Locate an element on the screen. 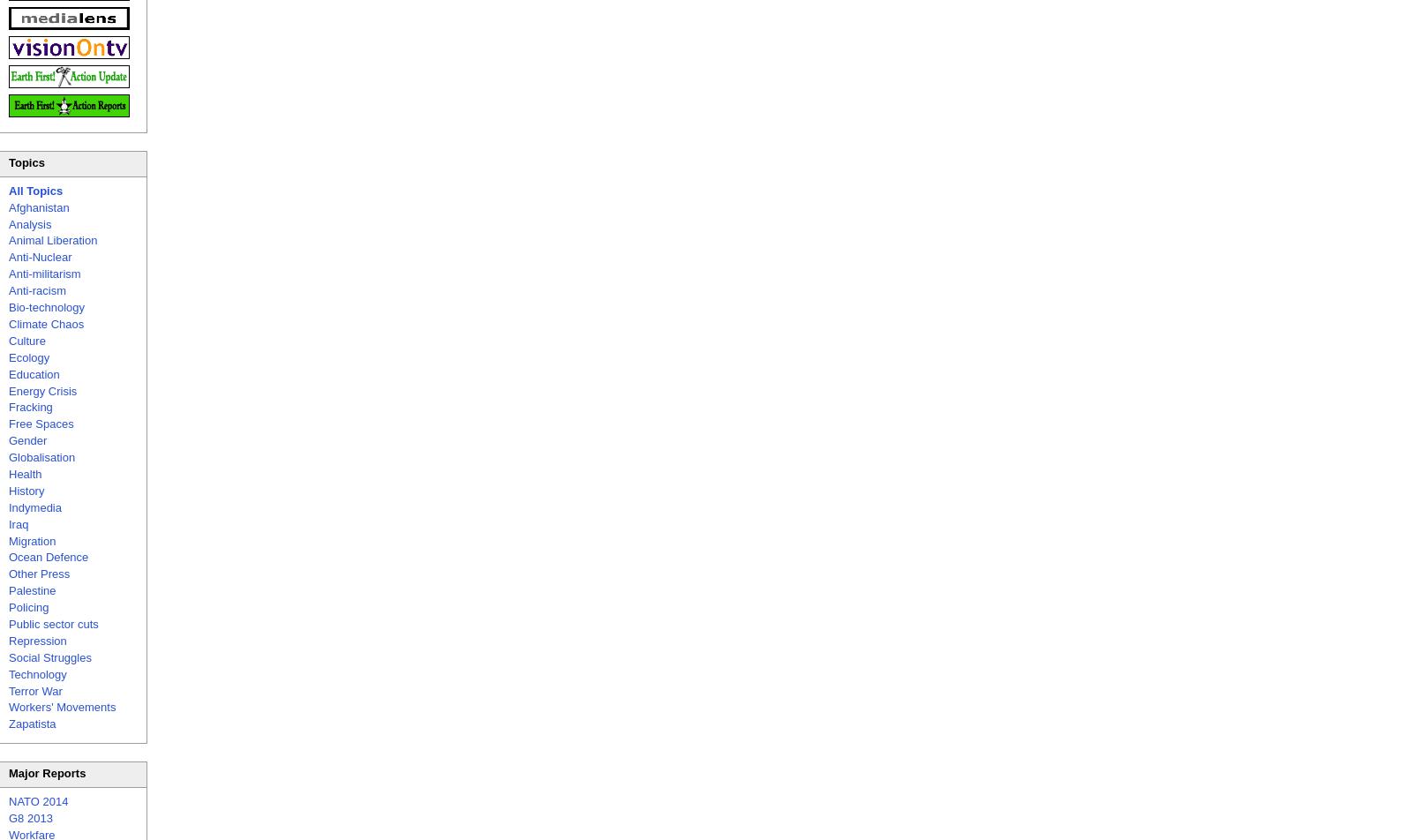  'Anti-Nuclear' is located at coordinates (39, 257).